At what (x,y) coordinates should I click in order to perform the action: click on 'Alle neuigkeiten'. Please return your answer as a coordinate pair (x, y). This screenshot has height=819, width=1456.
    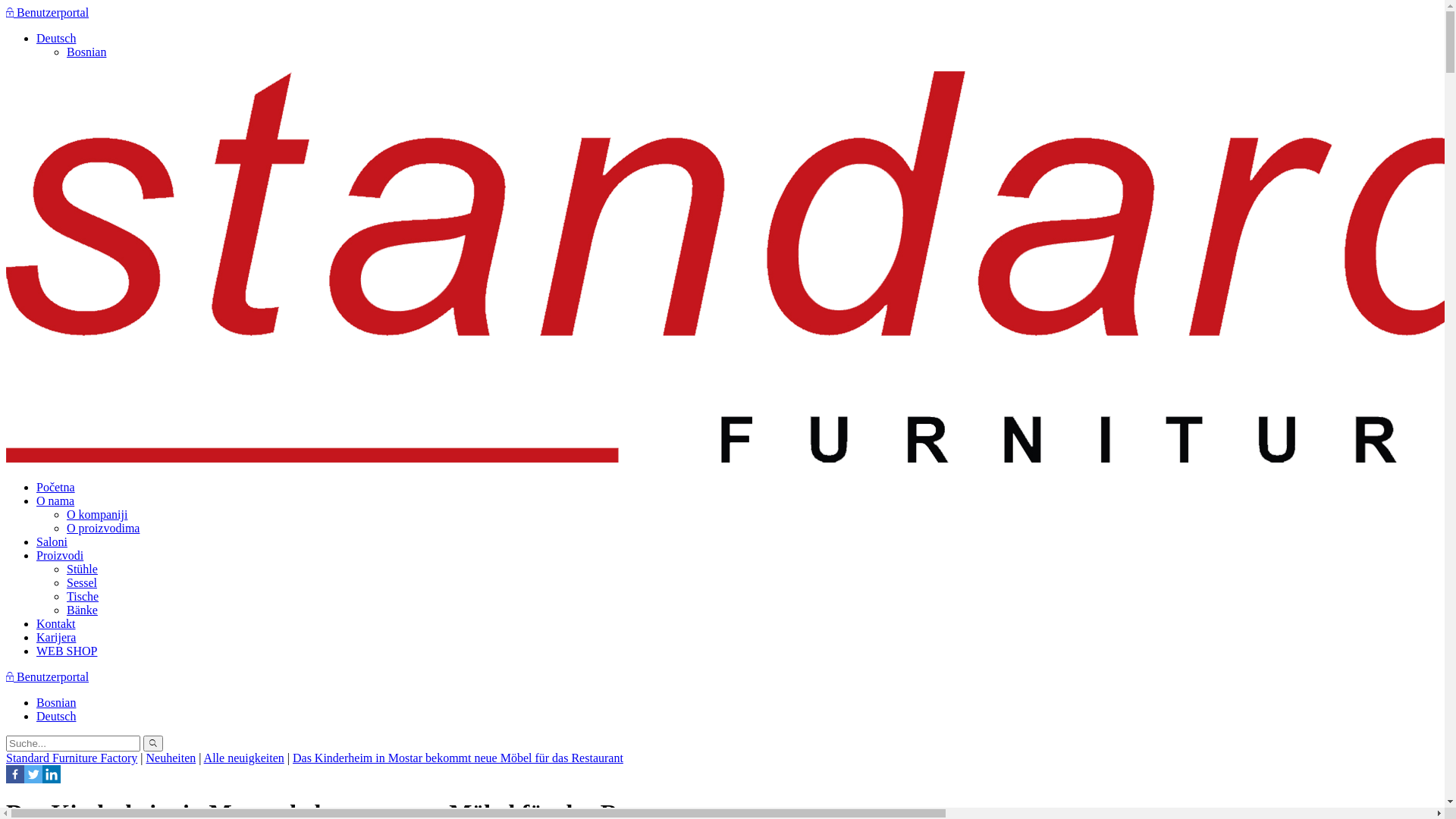
    Looking at the image, I should click on (243, 758).